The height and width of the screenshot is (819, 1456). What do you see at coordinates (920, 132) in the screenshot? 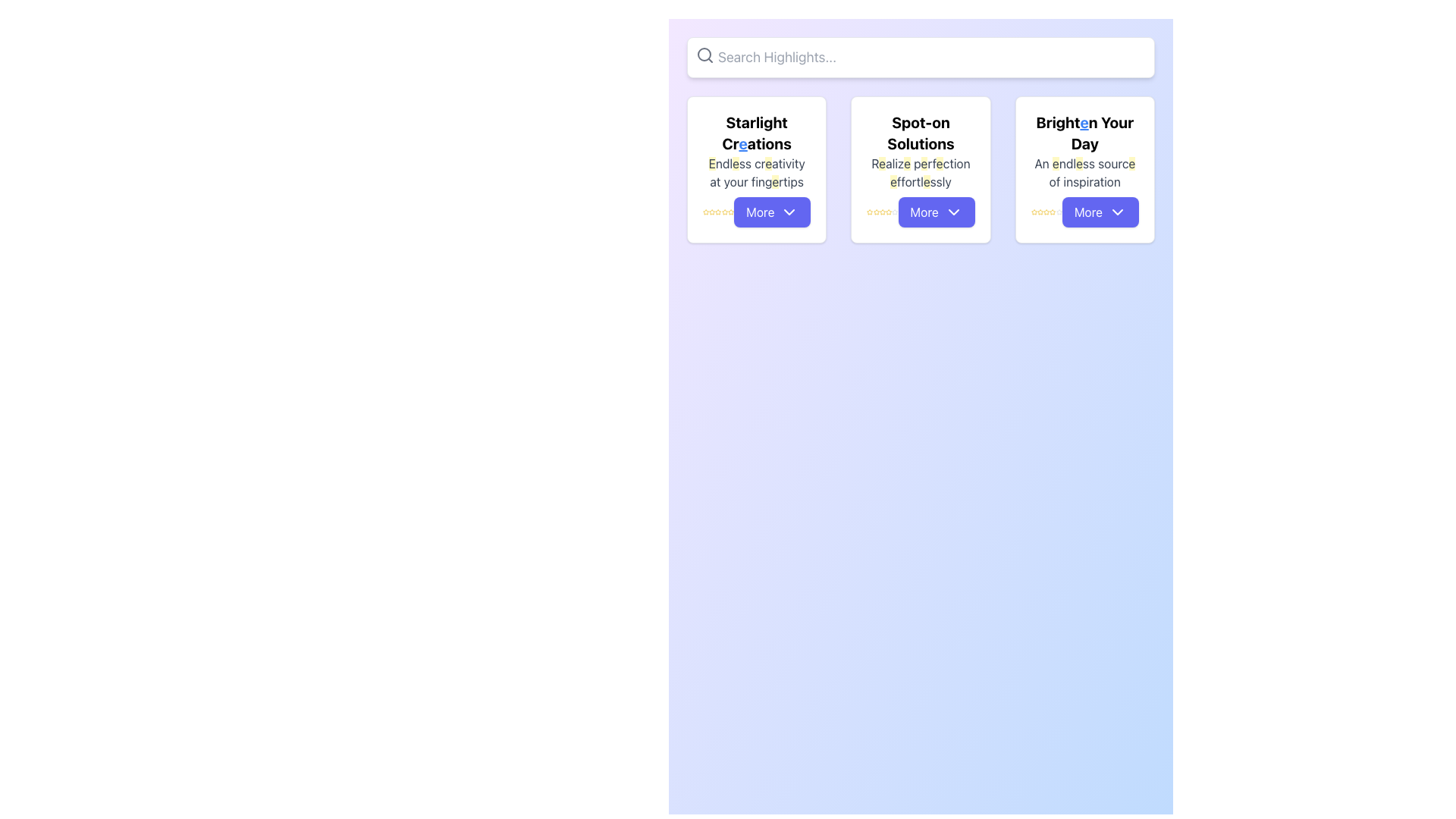
I see `title text element located in the second card of a three-column layout, positioned centrally above the text 'Realize perfection effortlessly'` at bounding box center [920, 132].